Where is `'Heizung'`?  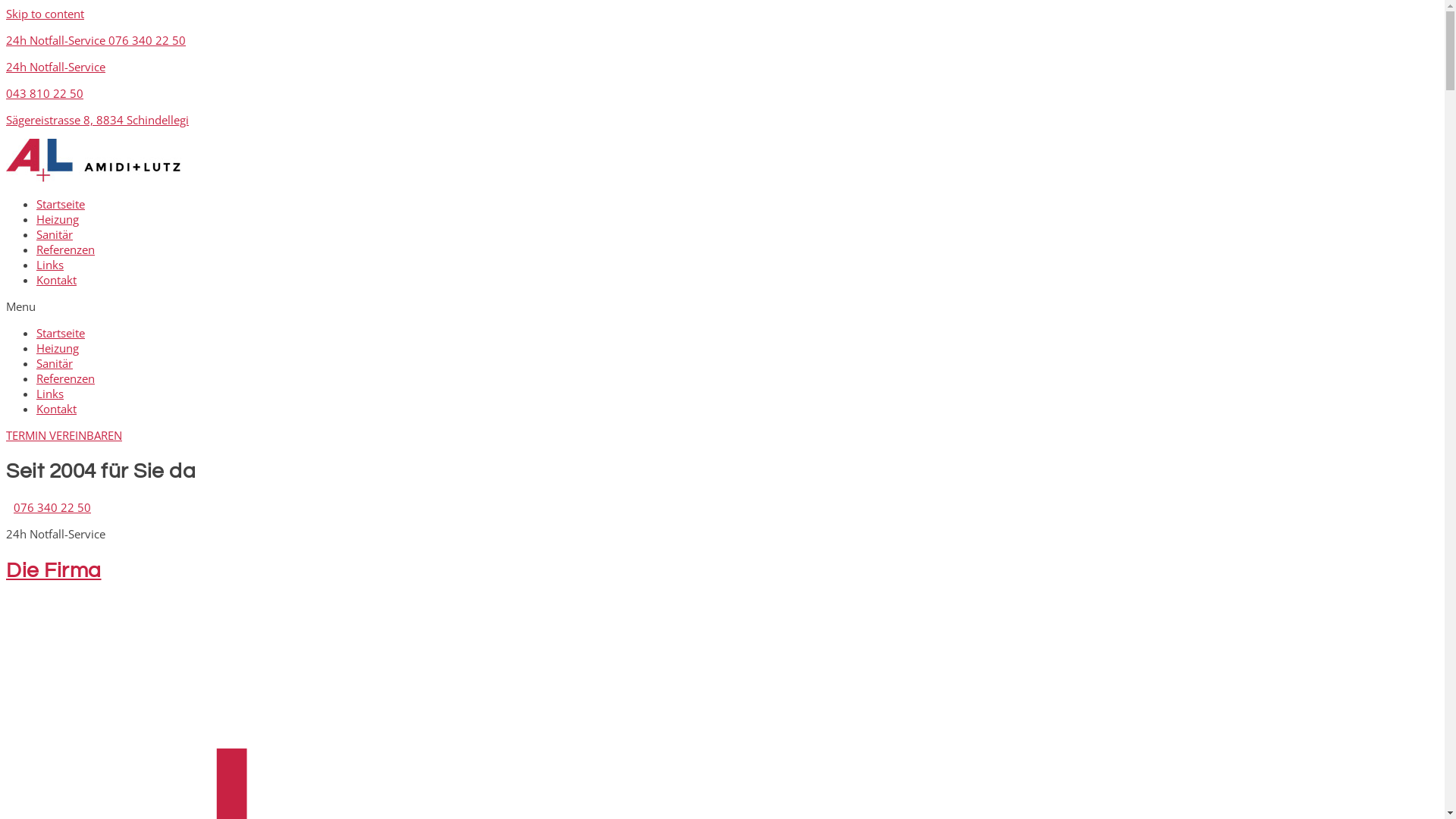
'Heizung' is located at coordinates (58, 219).